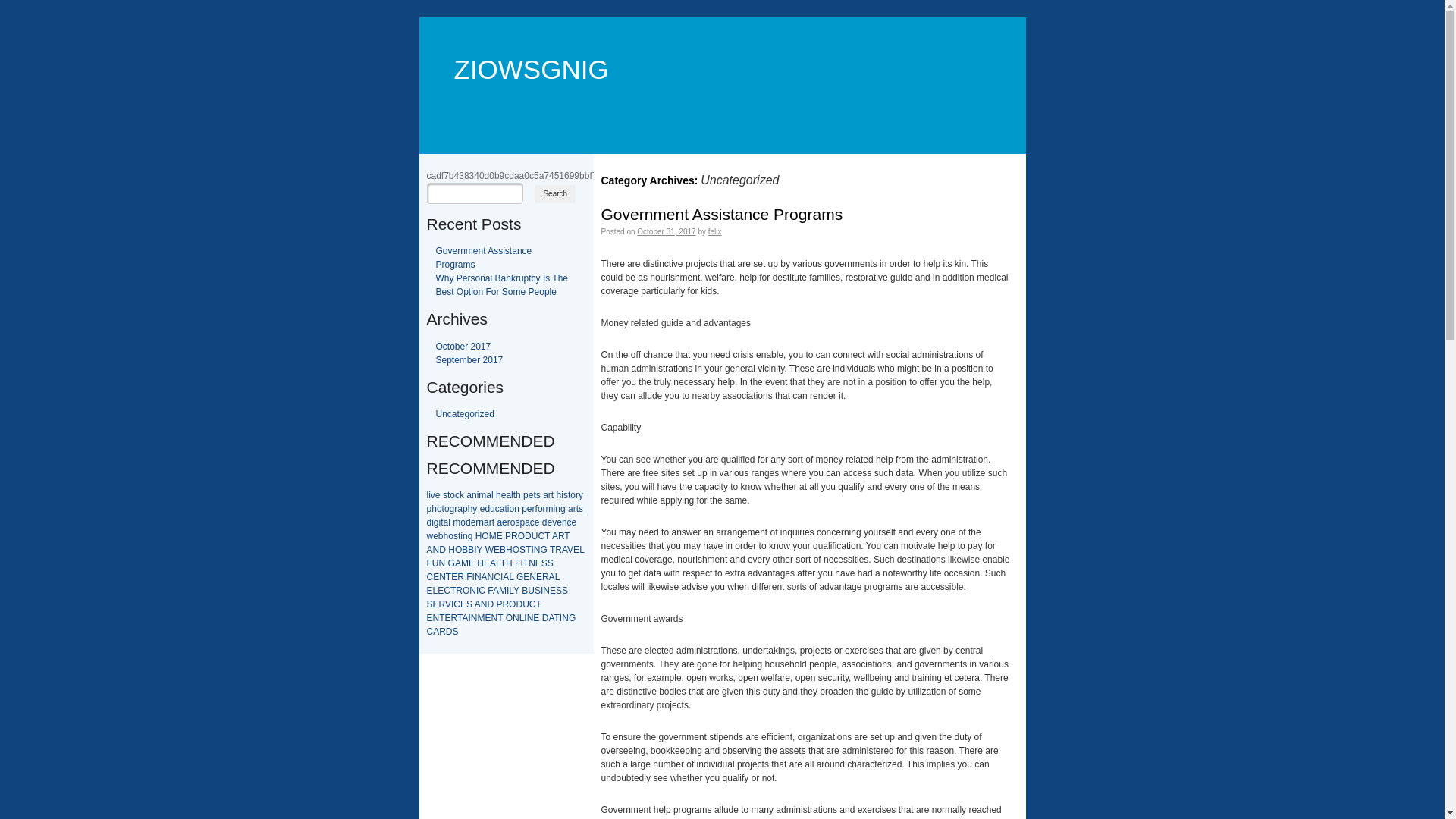 This screenshot has width=1456, height=819. What do you see at coordinates (558, 494) in the screenshot?
I see `'h'` at bounding box center [558, 494].